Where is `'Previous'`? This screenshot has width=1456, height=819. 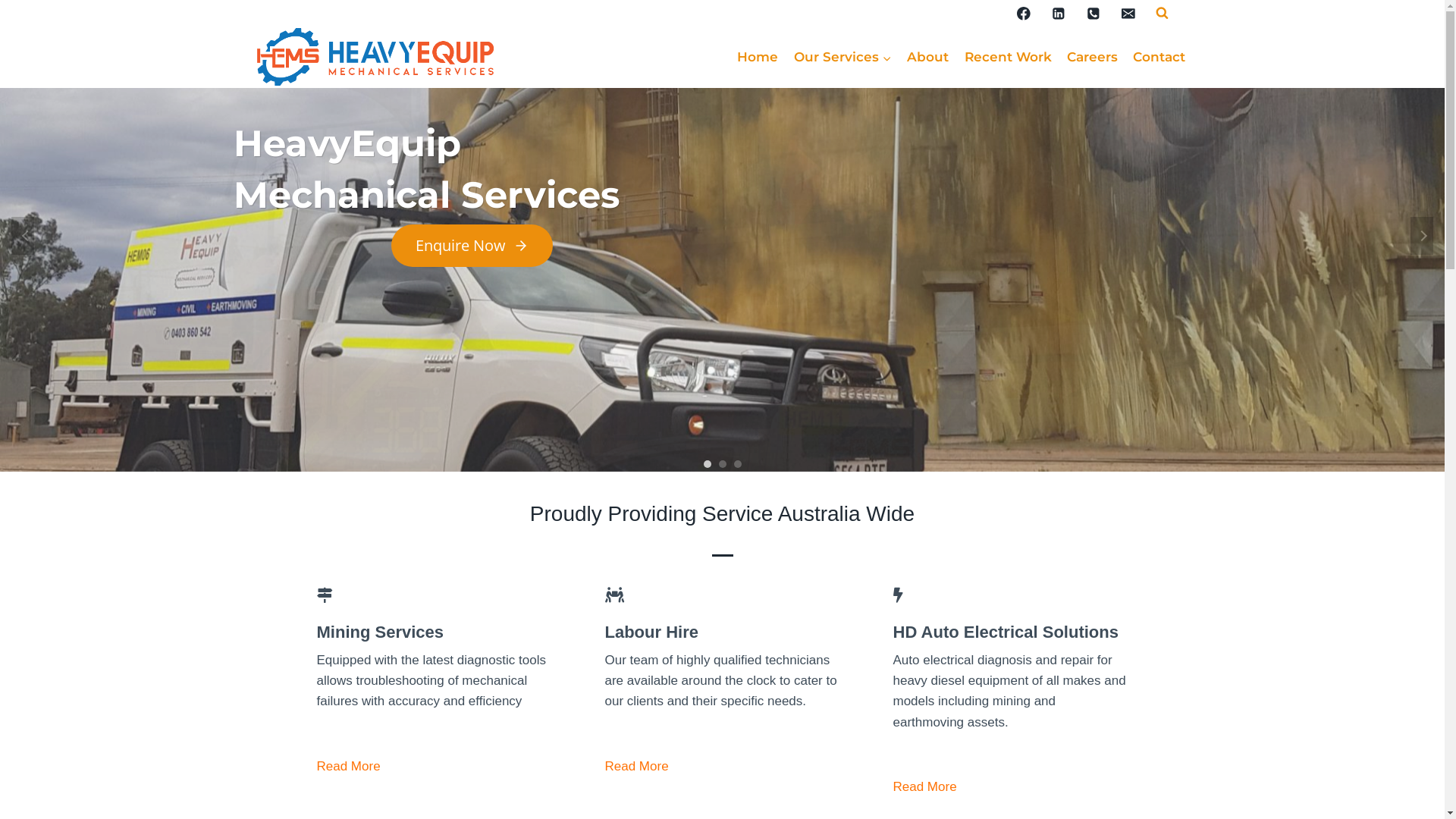
'Previous' is located at coordinates (11, 236).